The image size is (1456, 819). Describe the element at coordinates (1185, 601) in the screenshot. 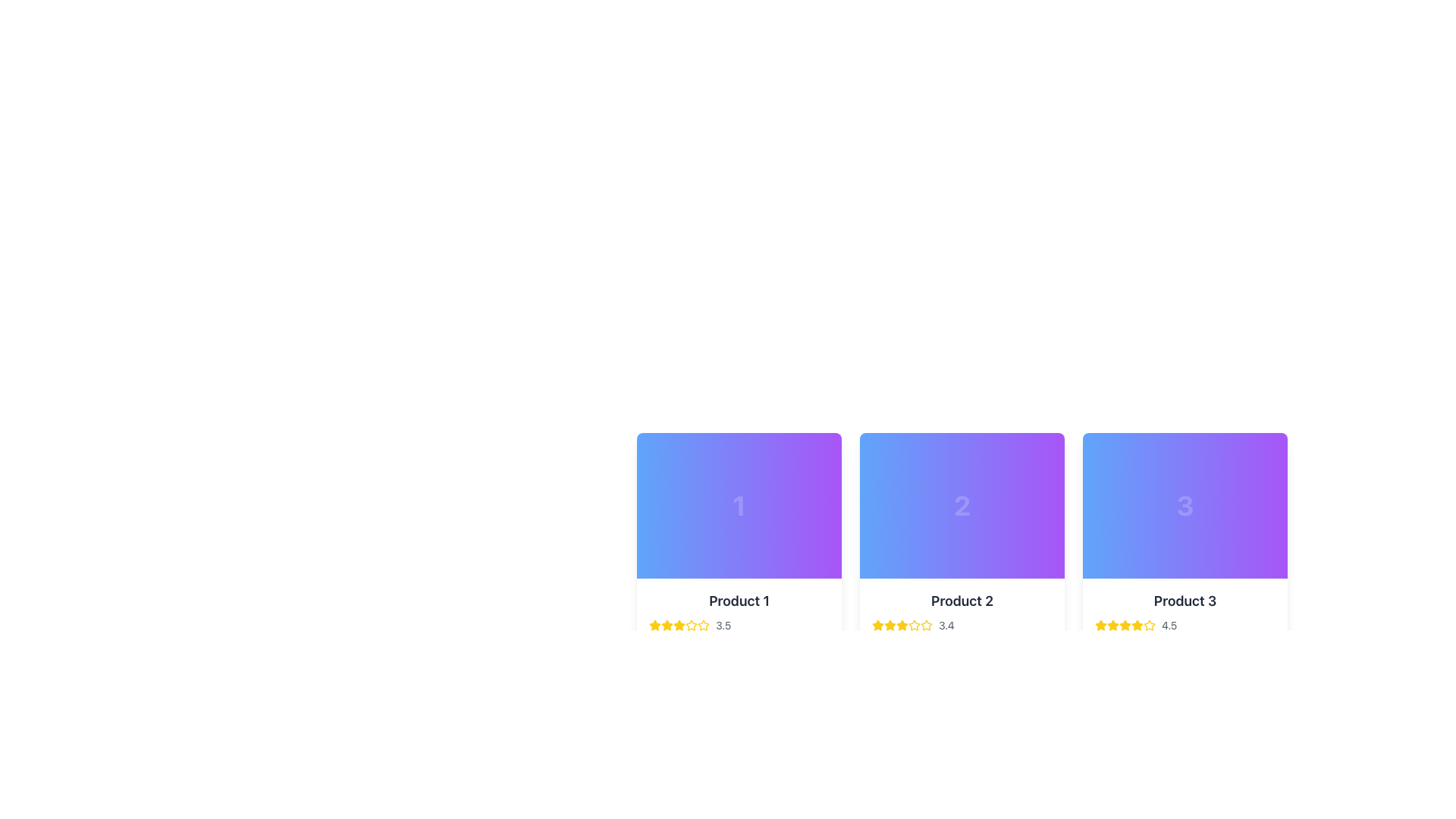

I see `the 'Product 3' text label` at that location.